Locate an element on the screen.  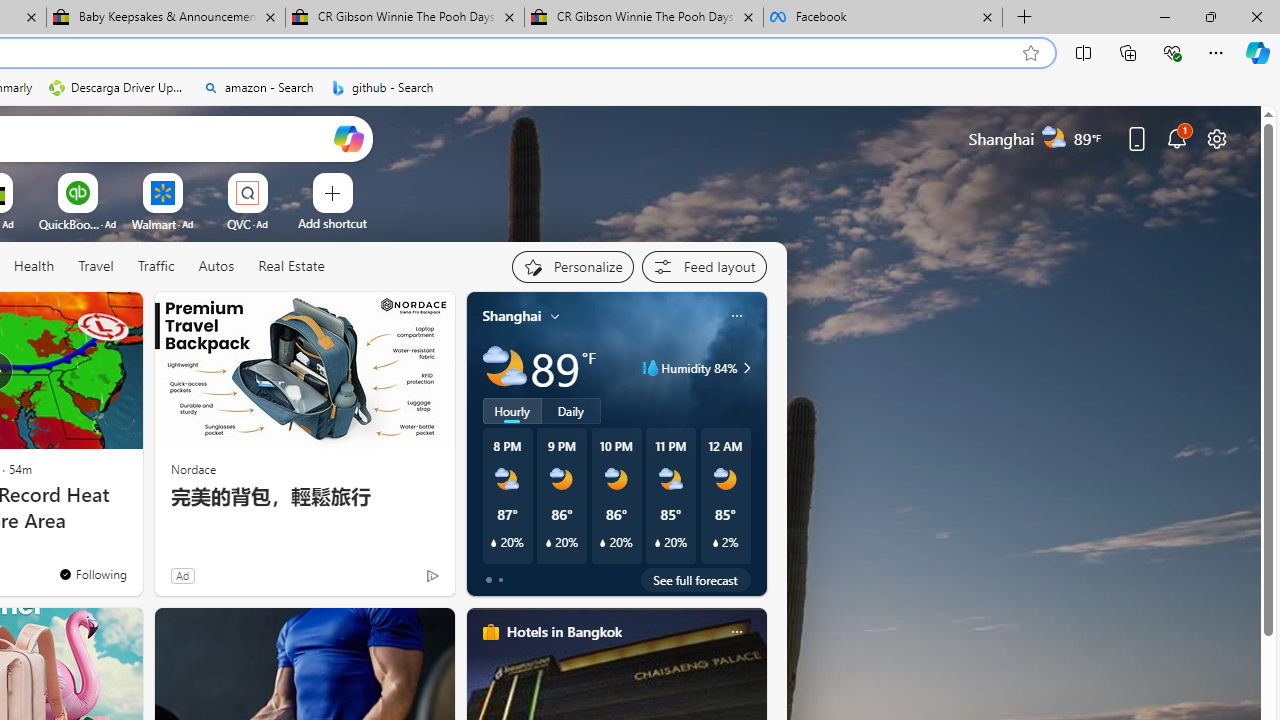
'My location' is located at coordinates (555, 315).